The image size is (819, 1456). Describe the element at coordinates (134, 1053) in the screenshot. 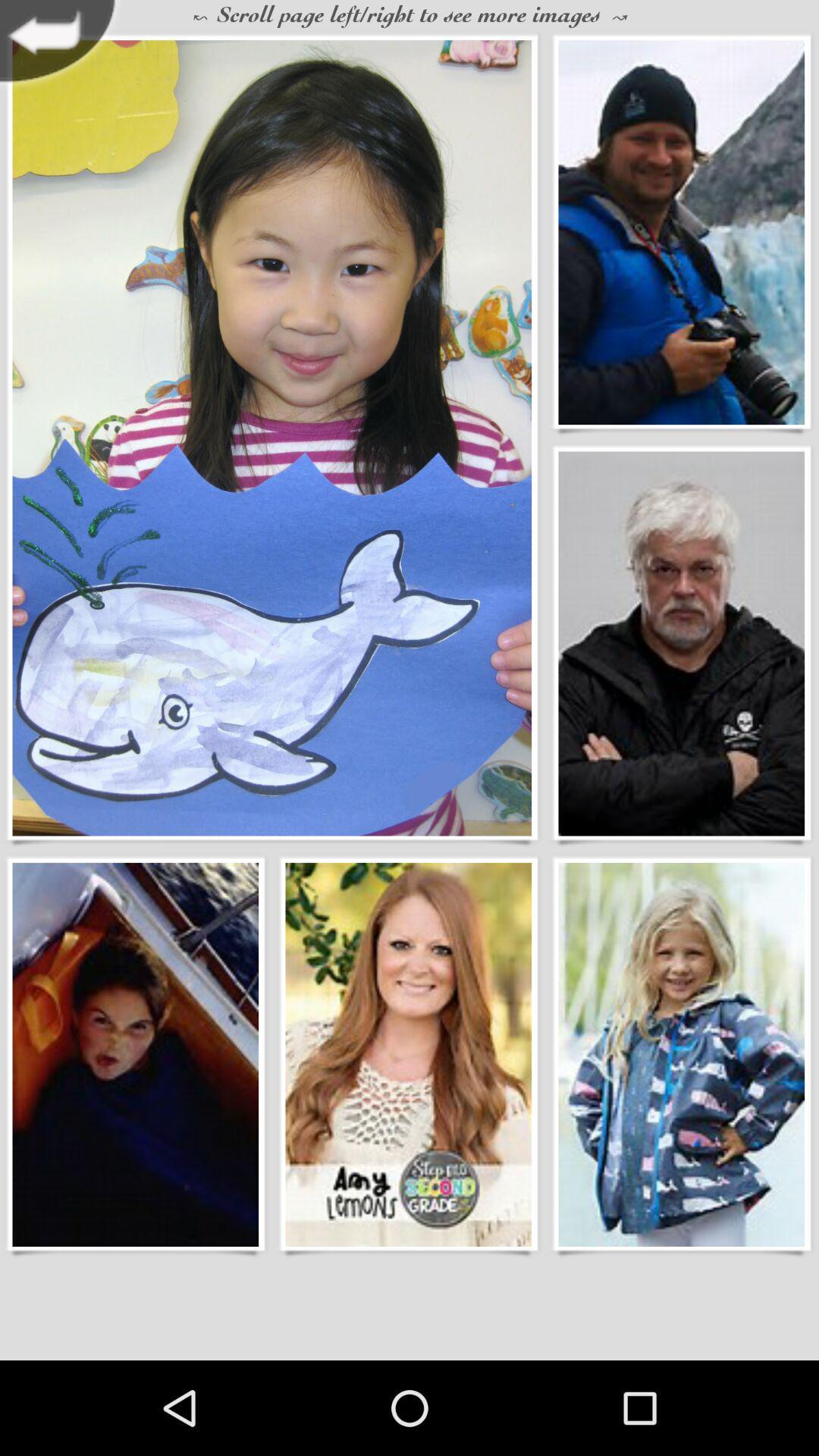

I see `wallpaper` at that location.